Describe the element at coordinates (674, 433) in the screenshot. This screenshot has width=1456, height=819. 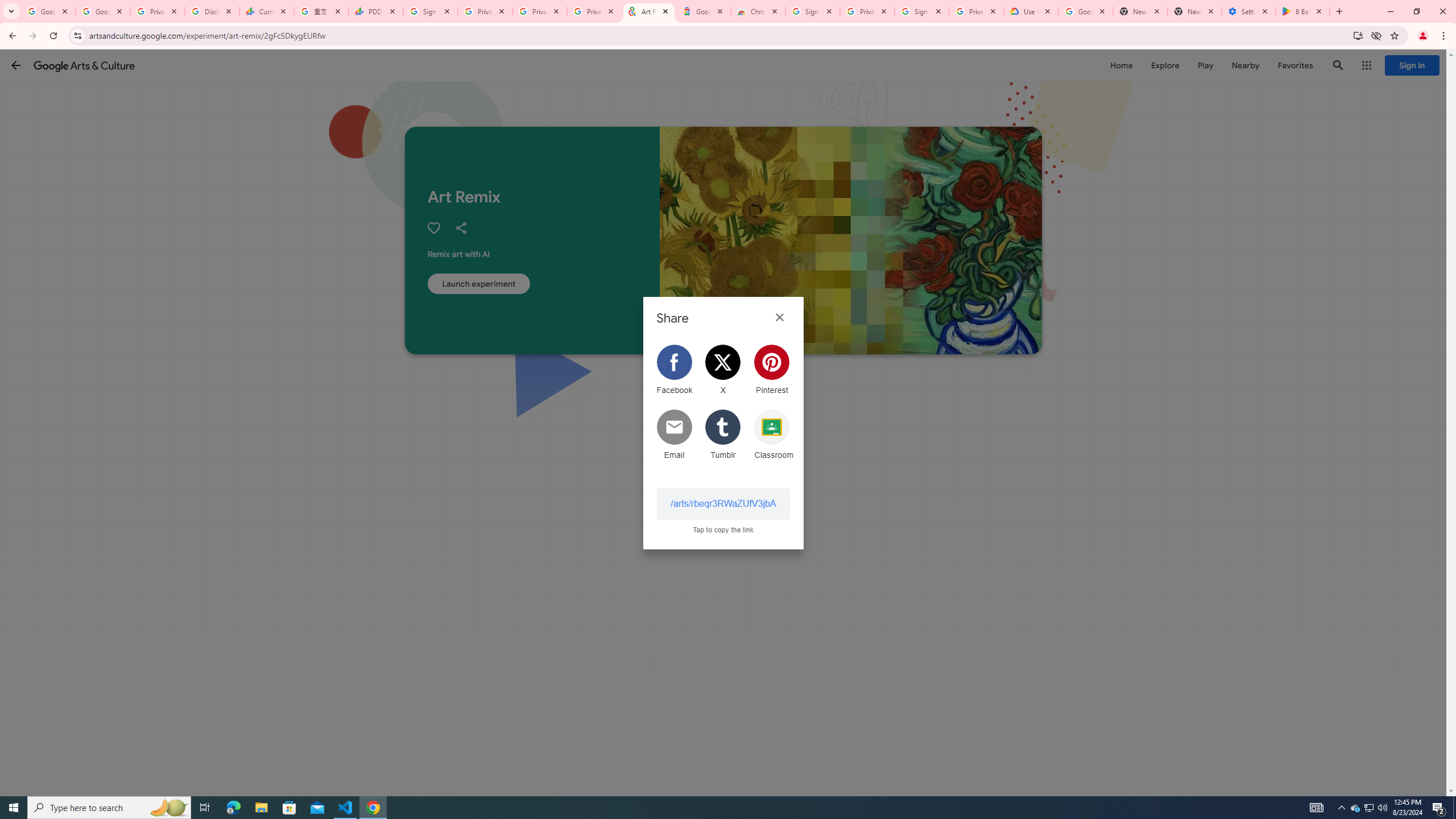
I see `'Share by email'` at that location.